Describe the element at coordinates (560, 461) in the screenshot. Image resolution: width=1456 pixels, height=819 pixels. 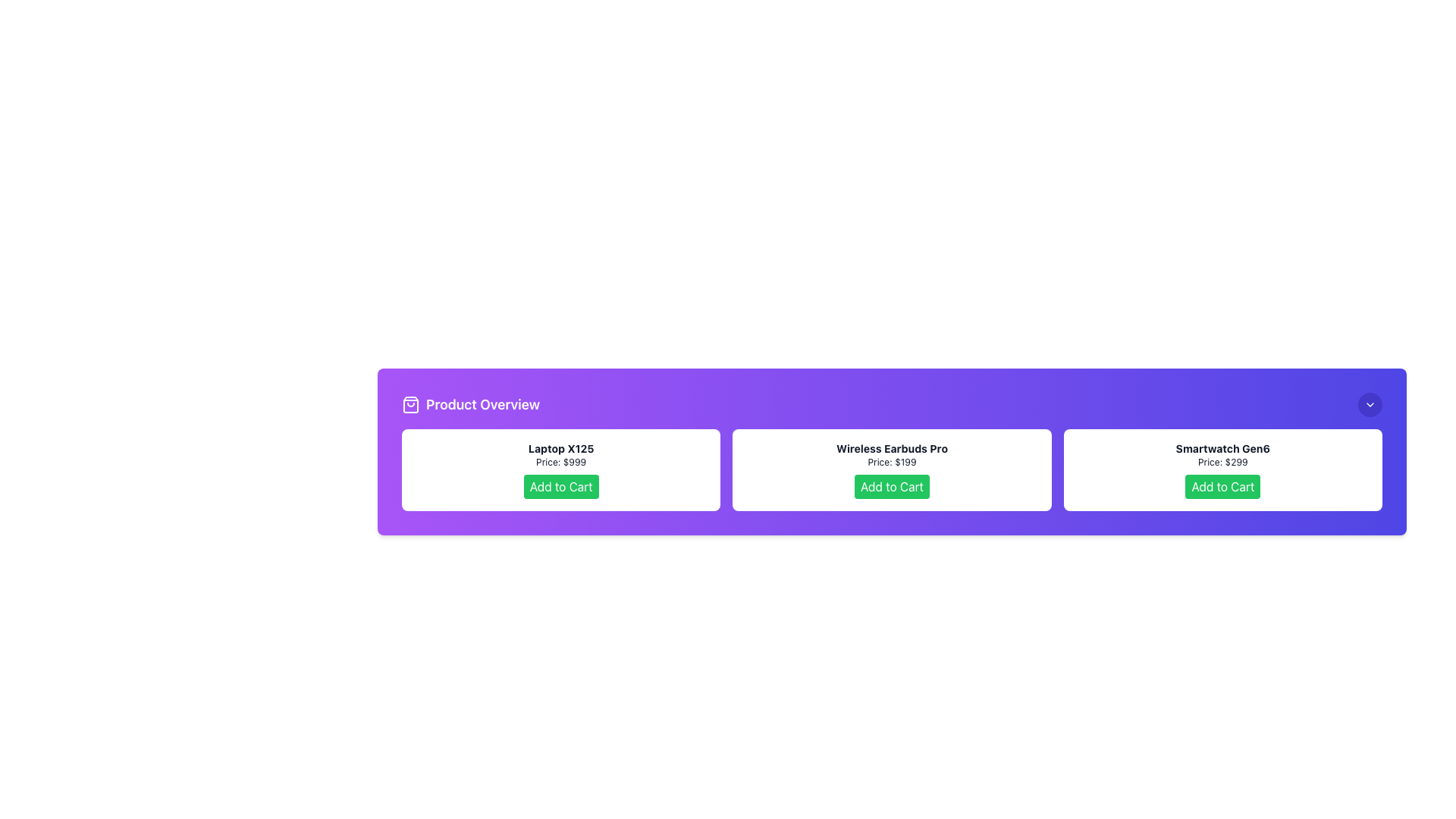
I see `the static text label displaying the price ('$999'), which is centrally located below the title 'Laptop X125' and above the 'Add to Cart' button` at that location.